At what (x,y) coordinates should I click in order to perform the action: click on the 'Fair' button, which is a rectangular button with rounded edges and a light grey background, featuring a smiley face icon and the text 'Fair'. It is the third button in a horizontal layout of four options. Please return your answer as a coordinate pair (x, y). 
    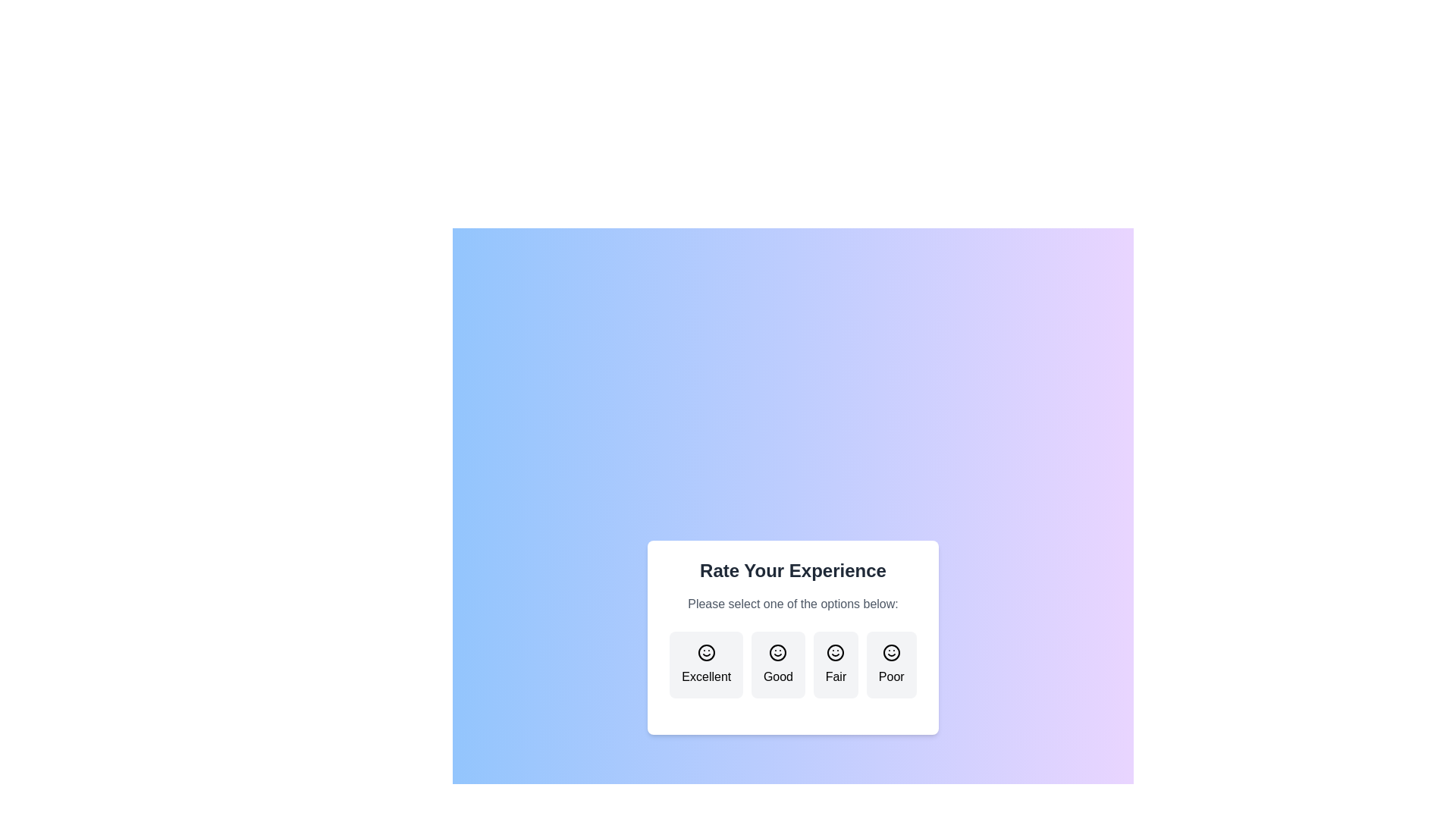
    Looking at the image, I should click on (835, 664).